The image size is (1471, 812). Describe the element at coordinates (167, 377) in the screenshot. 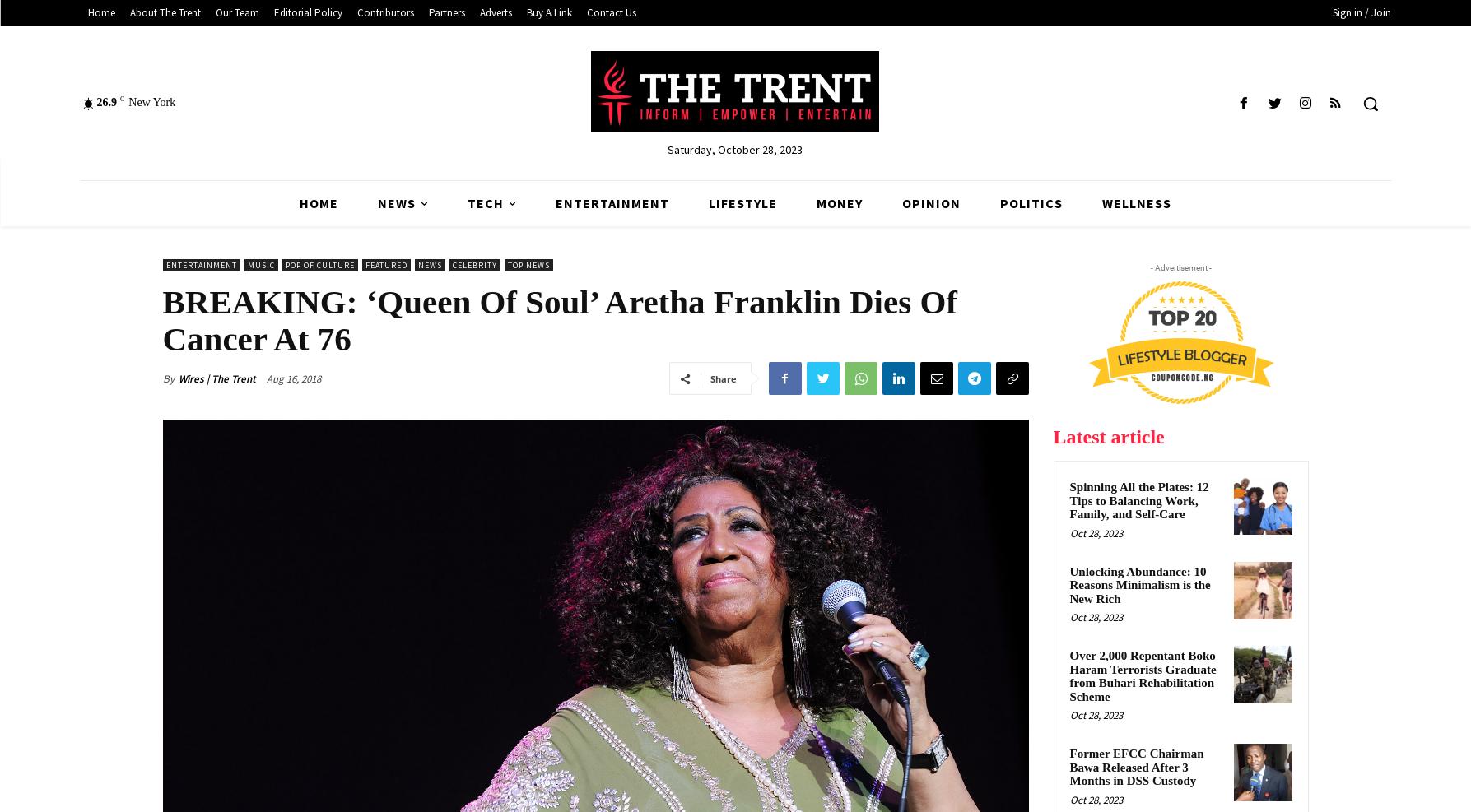

I see `'By'` at that location.